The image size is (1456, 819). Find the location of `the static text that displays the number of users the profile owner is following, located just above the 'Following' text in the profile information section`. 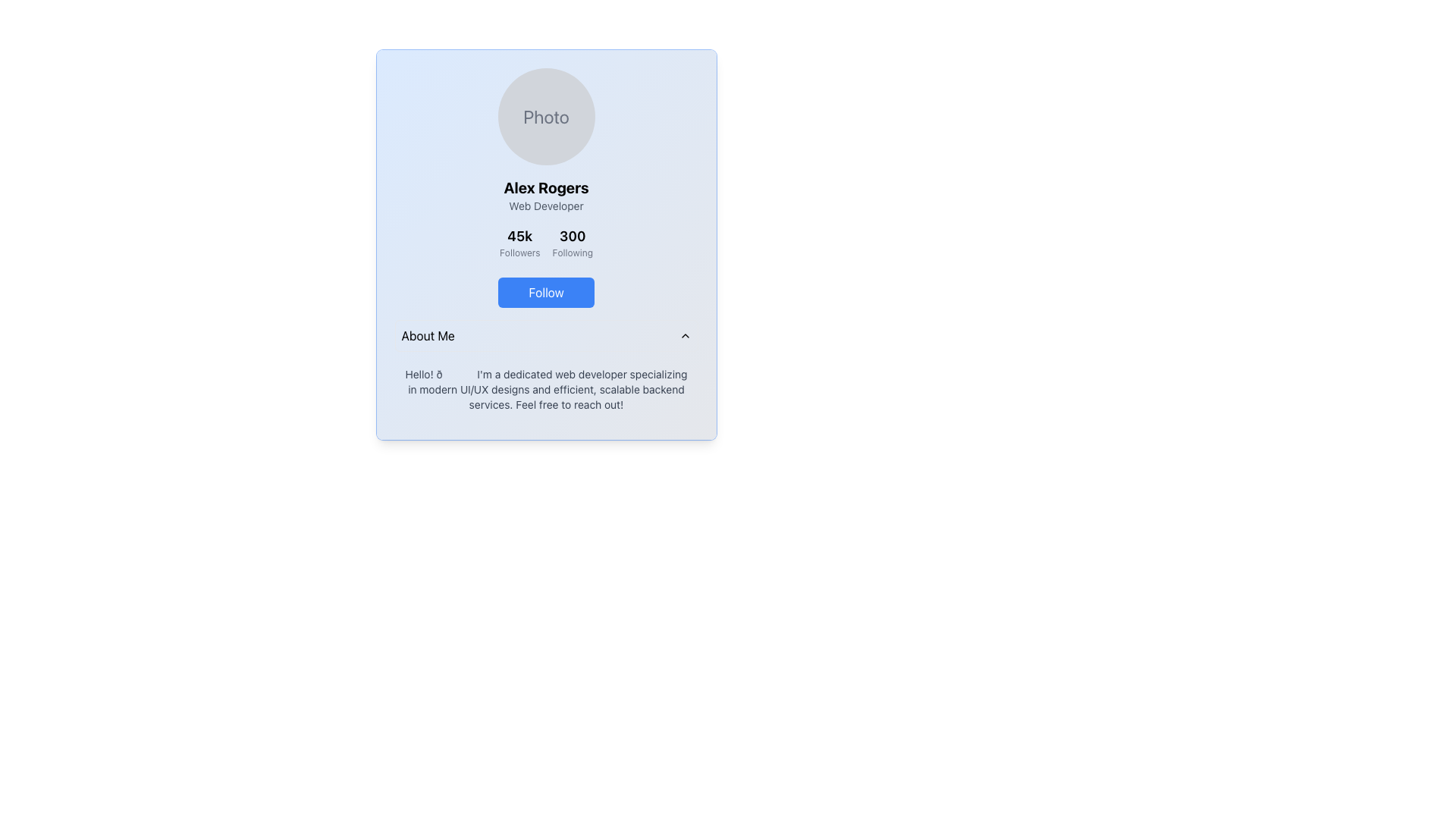

the static text that displays the number of users the profile owner is following, located just above the 'Following' text in the profile information section is located at coordinates (572, 237).